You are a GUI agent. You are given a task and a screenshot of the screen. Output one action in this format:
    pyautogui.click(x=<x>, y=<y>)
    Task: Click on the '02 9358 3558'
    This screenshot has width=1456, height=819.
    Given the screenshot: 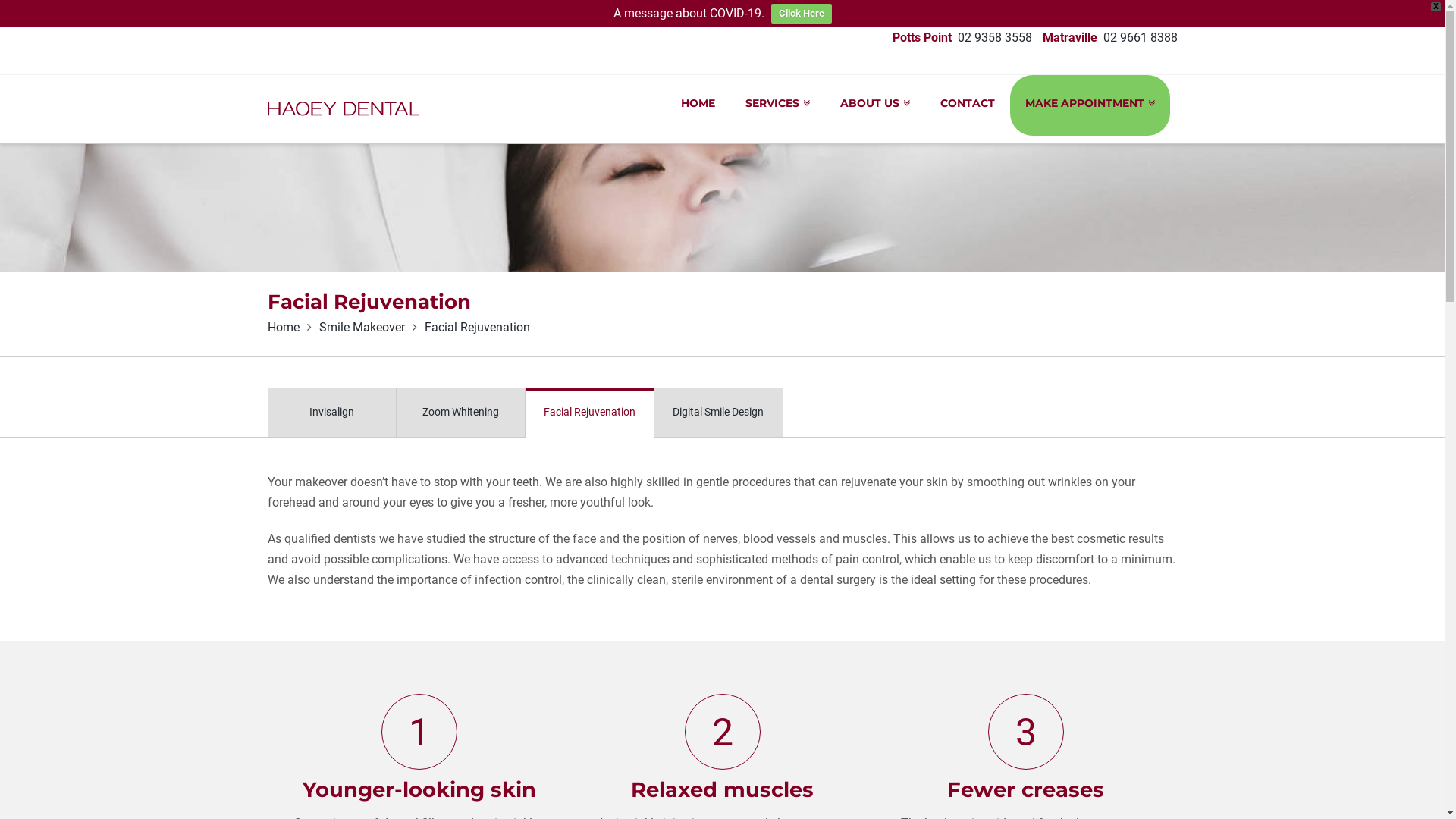 What is the action you would take?
    pyautogui.click(x=993, y=36)
    